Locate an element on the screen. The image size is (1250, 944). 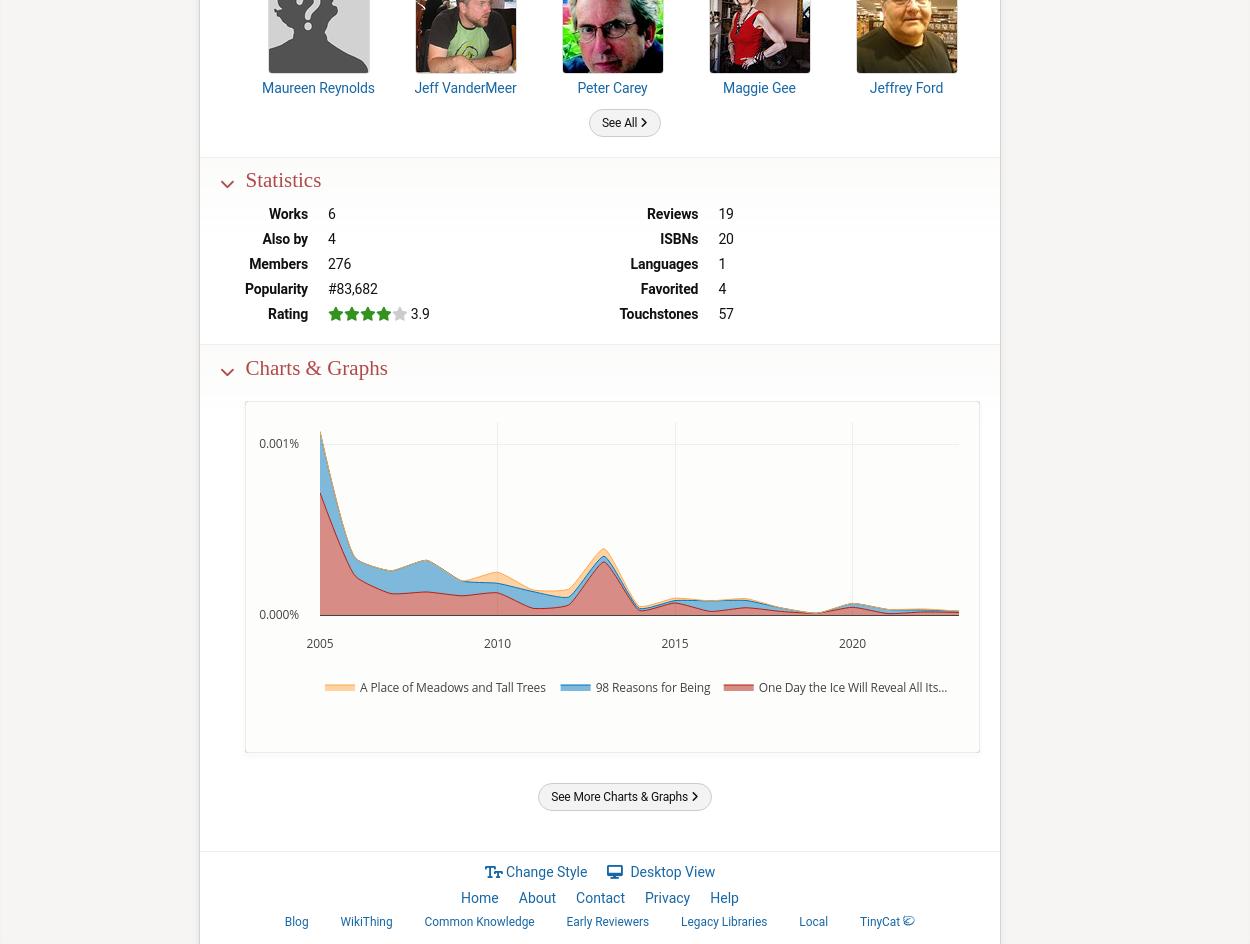
'See More Charts & Graphs' is located at coordinates (619, 796).